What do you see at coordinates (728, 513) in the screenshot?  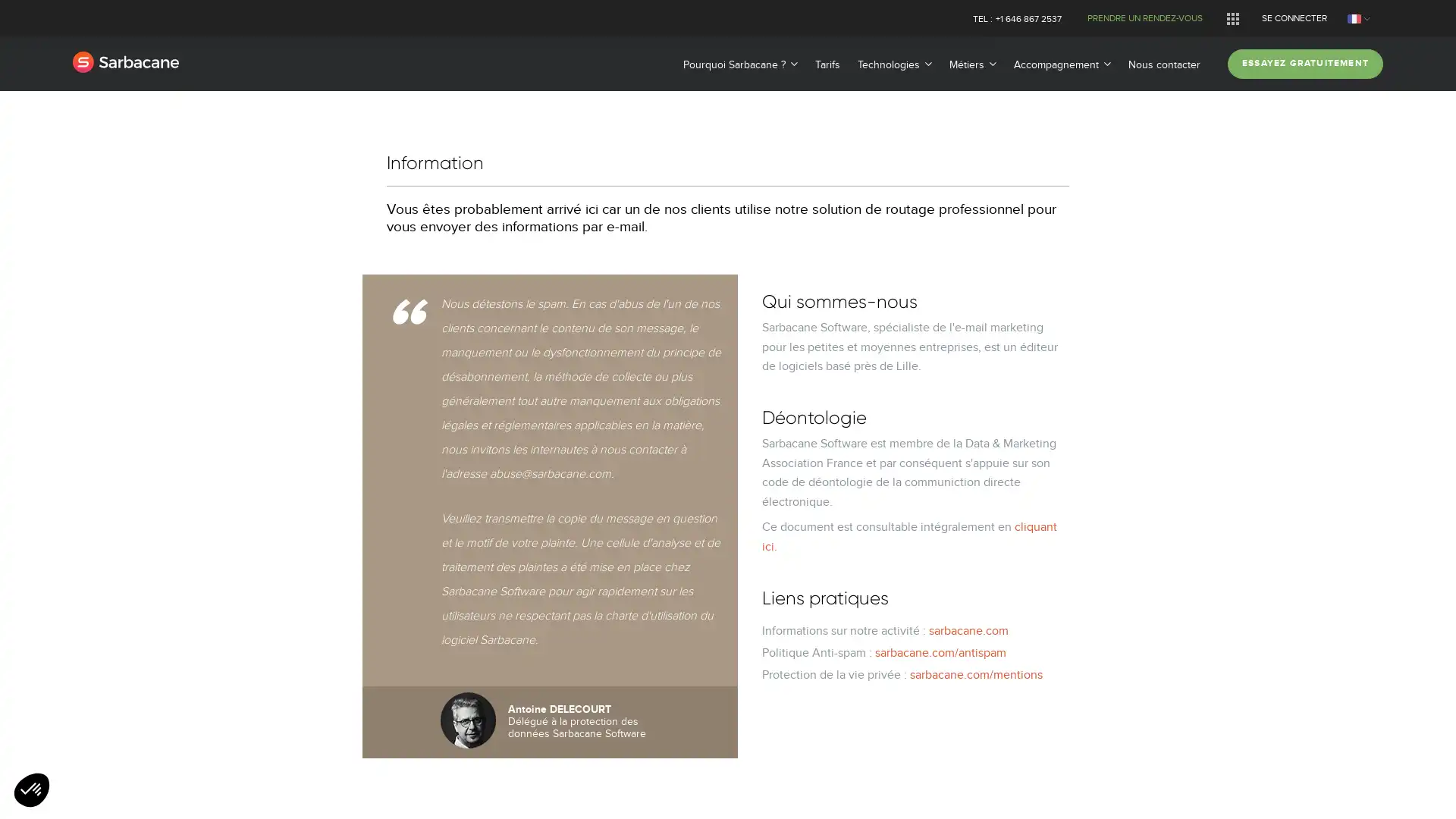 I see `Je choisis` at bounding box center [728, 513].